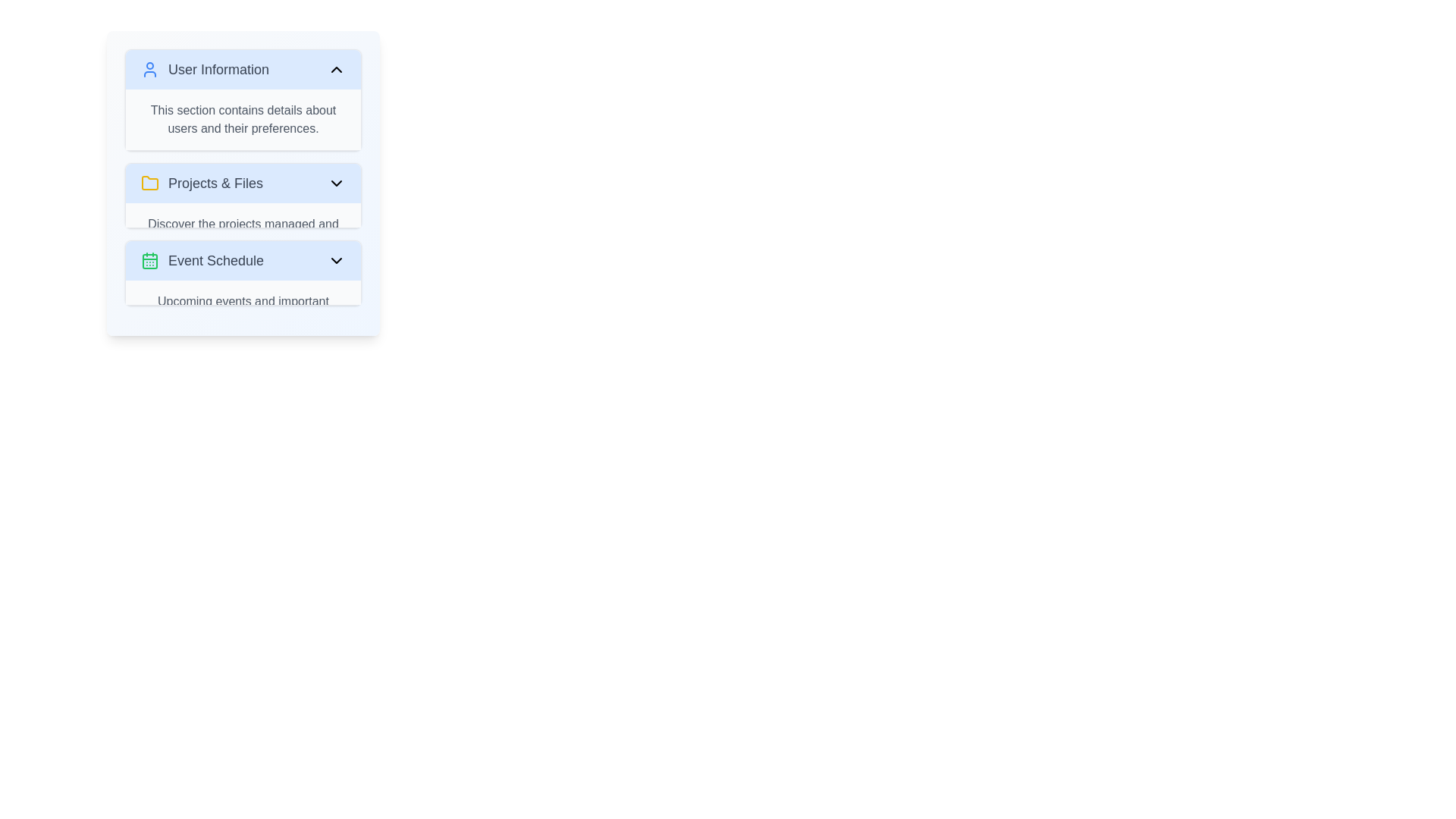 This screenshot has width=1456, height=819. Describe the element at coordinates (243, 70) in the screenshot. I see `the 'User Information' toggle header` at that location.